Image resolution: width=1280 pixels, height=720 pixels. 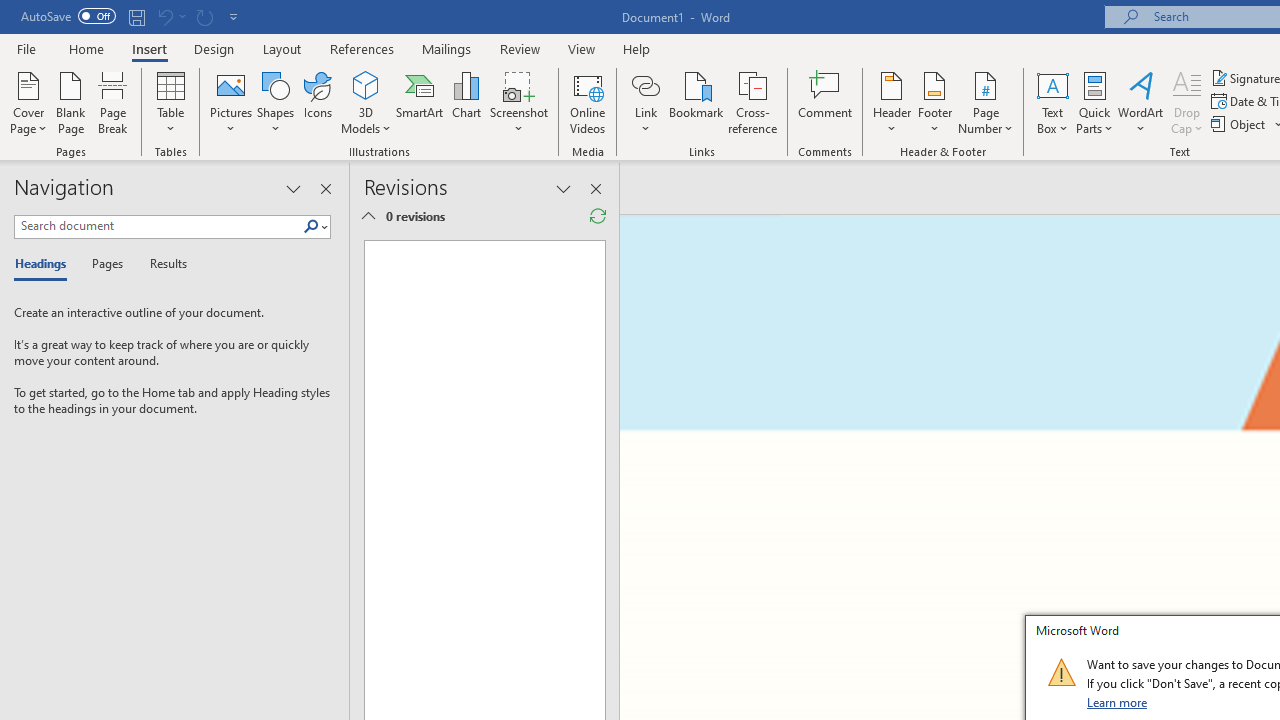 I want to click on 'Footer', so click(x=934, y=103).